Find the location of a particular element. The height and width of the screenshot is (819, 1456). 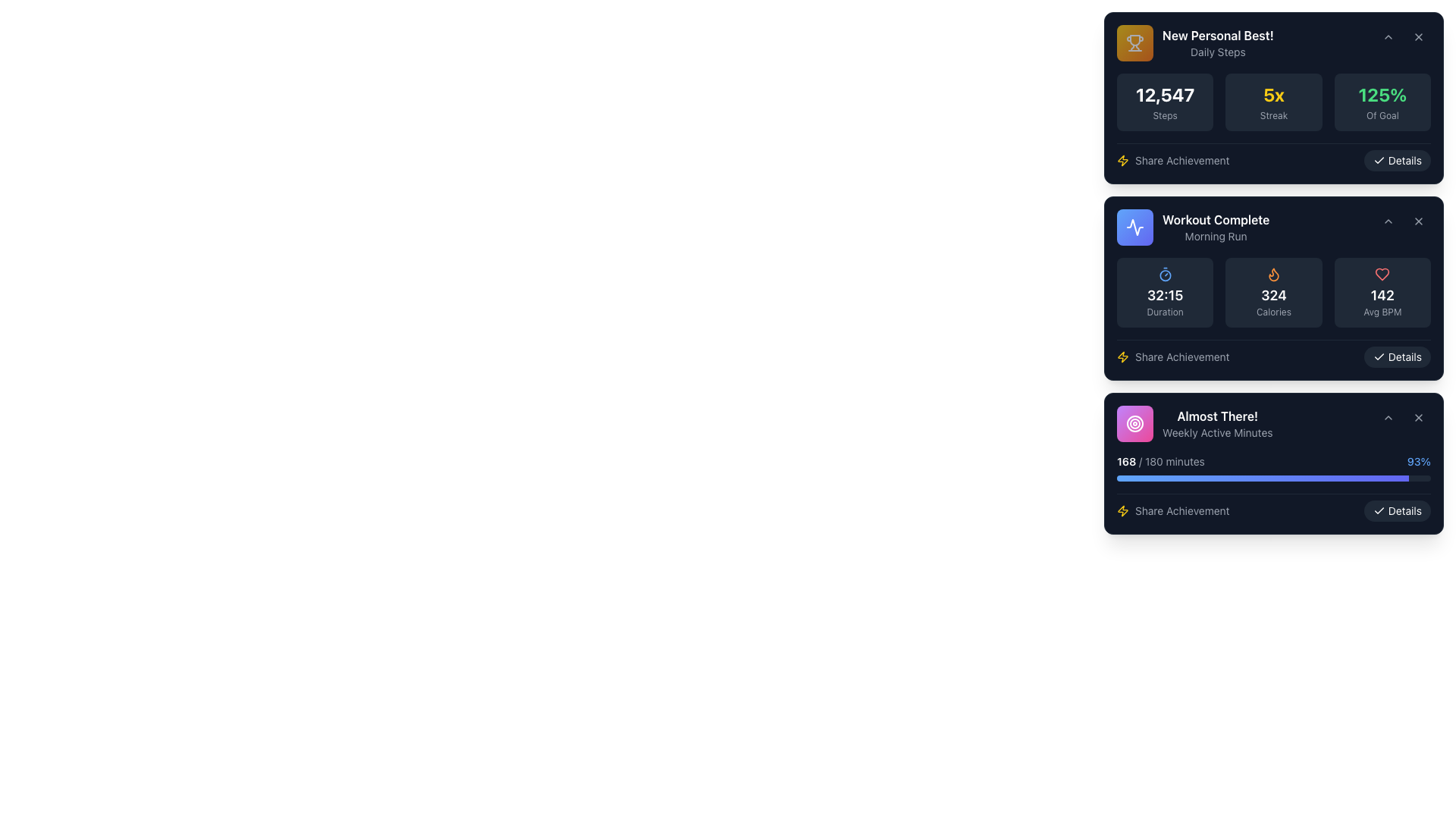

the static text label that indicates 'Share Achievement', located at the bottom of a card containing workout session data, positioned to the right of a yellow lightning bolt icon is located at coordinates (1181, 356).